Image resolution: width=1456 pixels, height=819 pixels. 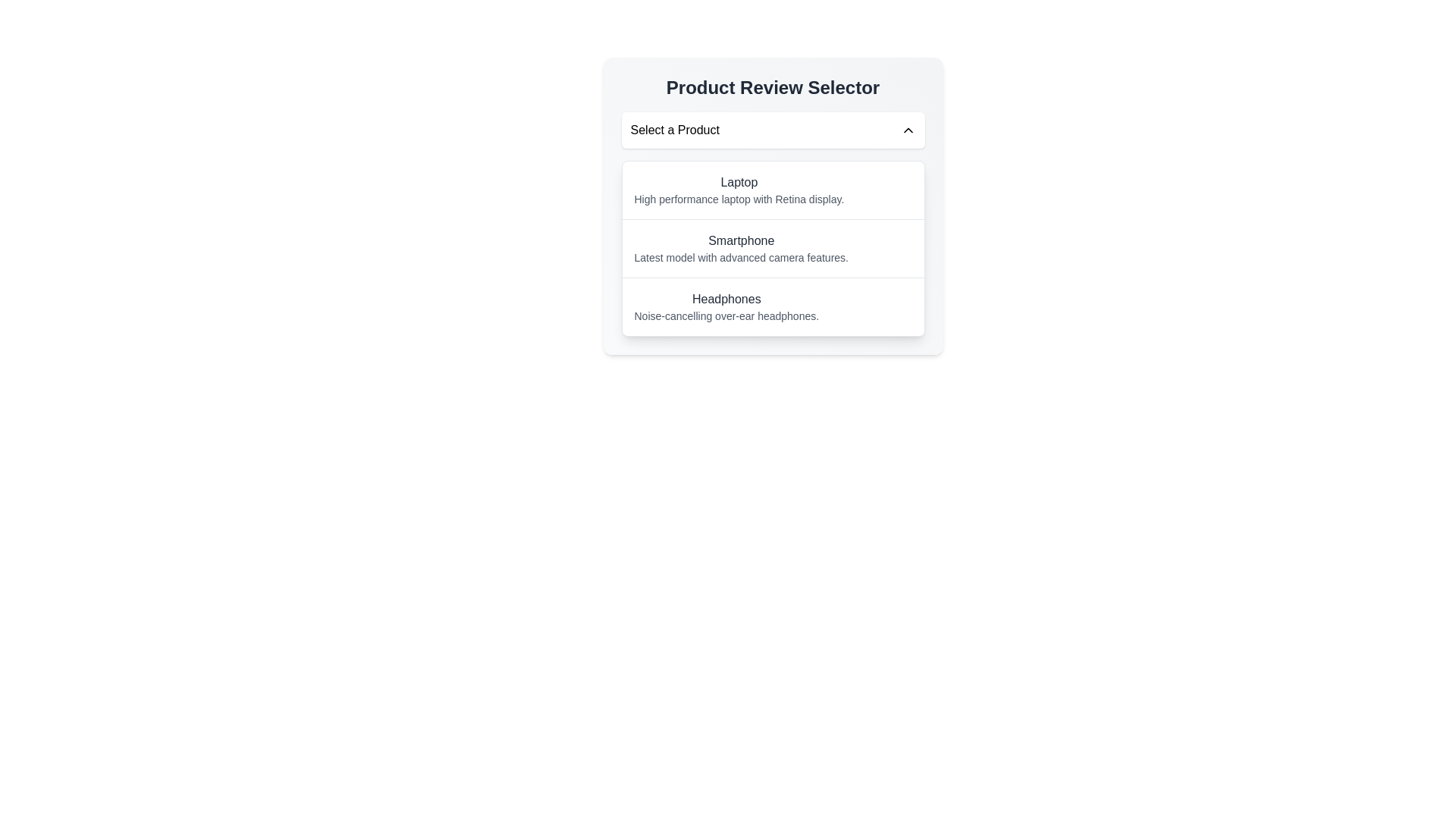 What do you see at coordinates (726, 307) in the screenshot?
I see `the 'Headphones' product category text element in the dropdown menu, which is the third item under 'Product Review Selector'` at bounding box center [726, 307].